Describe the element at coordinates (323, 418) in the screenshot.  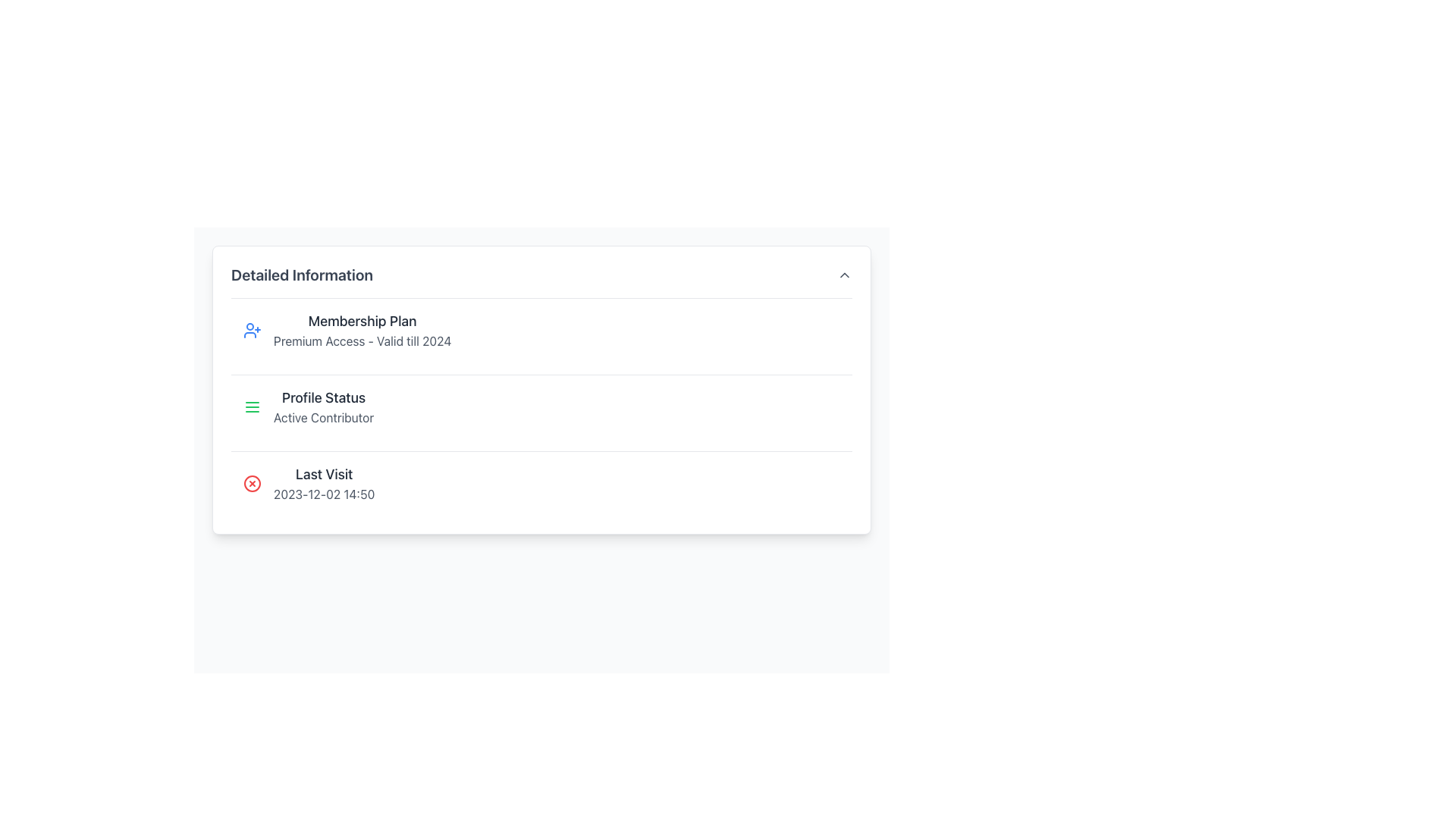
I see `the text label that reads 'Active Contributor,' which is styled in gray and located beneath the bold label 'Profile Status.'` at that location.